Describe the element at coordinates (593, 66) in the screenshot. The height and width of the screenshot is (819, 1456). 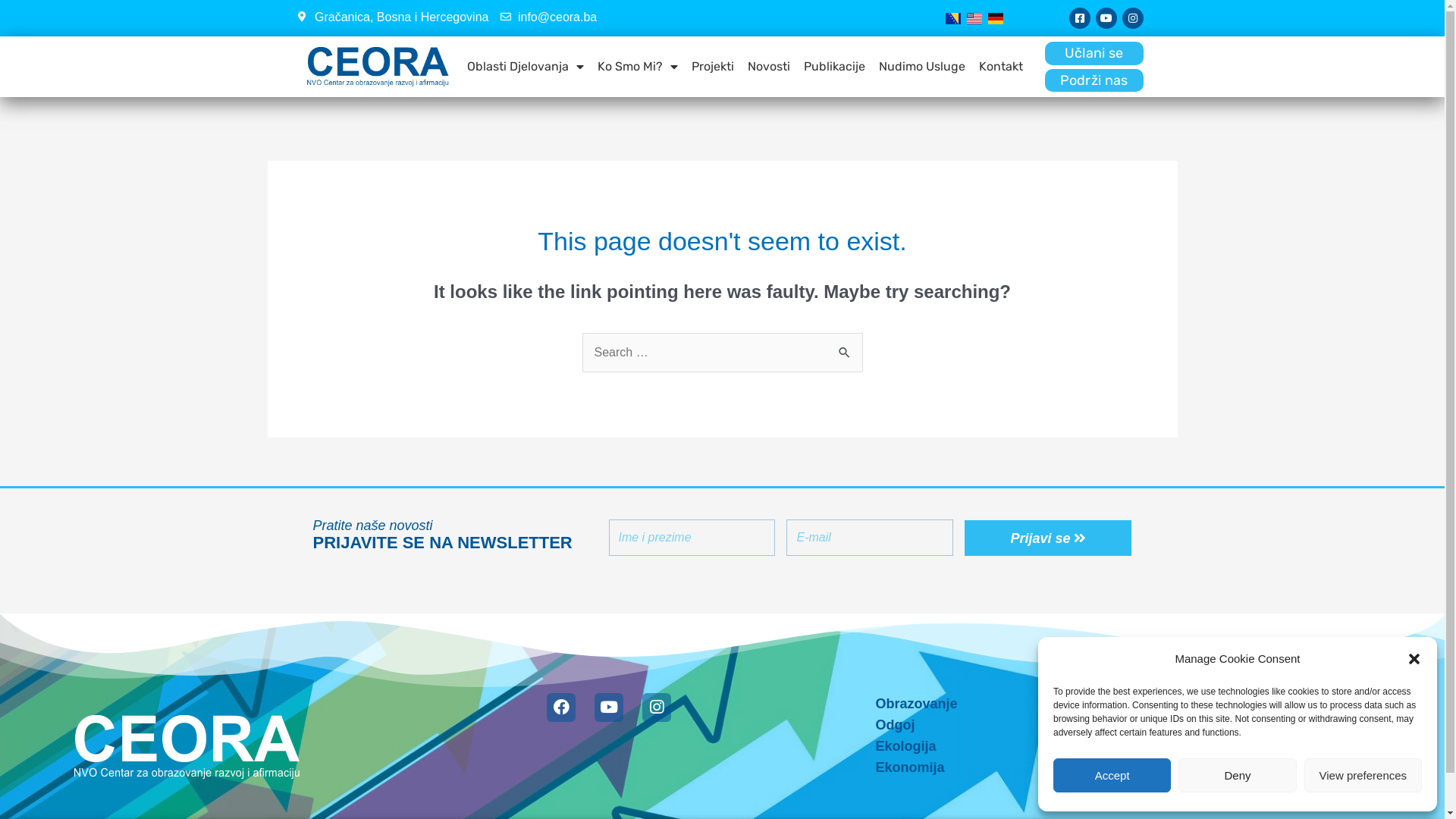
I see `'Ko Smo Mi?'` at that location.